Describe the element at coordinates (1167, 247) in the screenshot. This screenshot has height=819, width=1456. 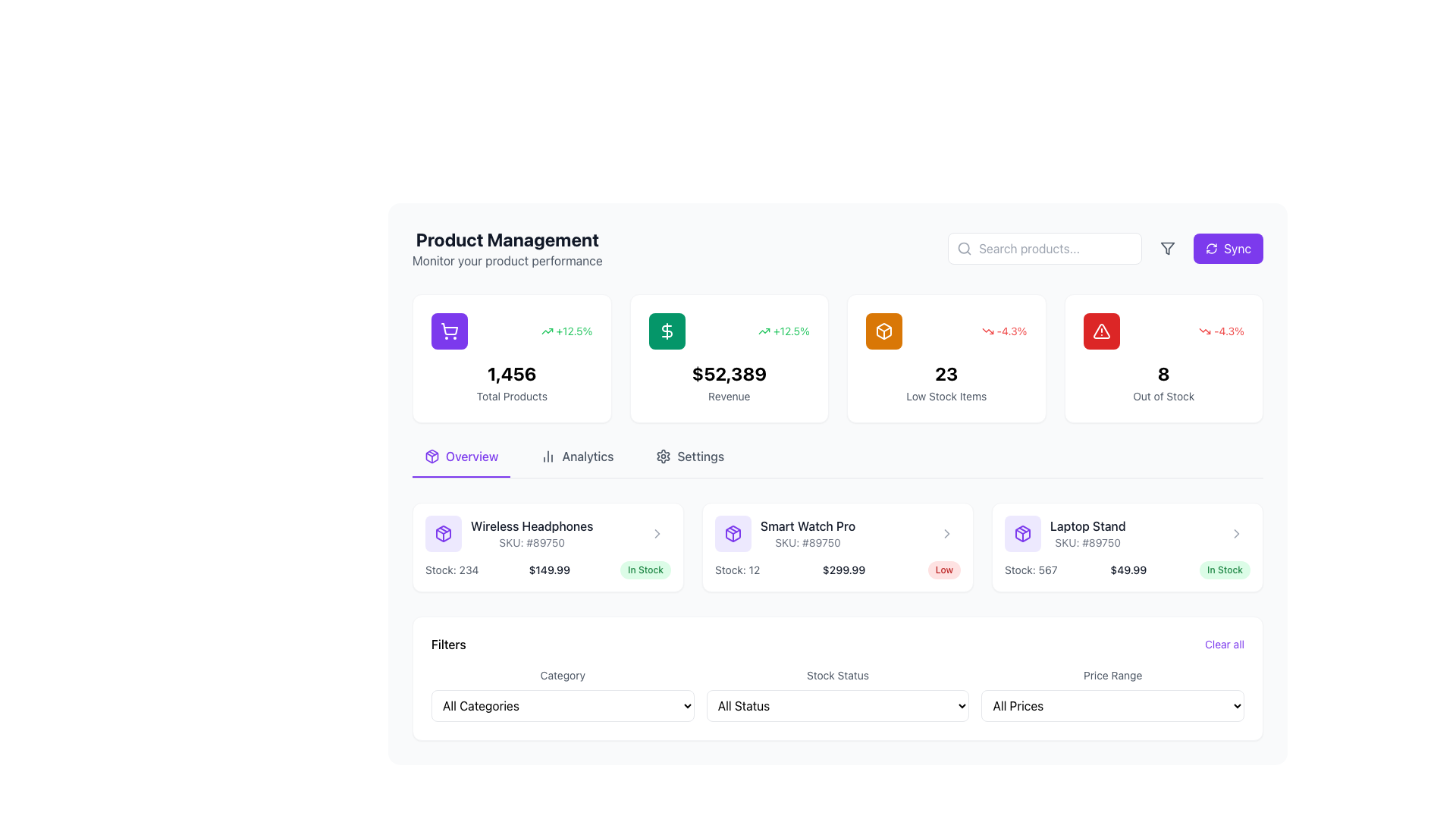
I see `the filter icon located in the top-right region of the interface` at that location.